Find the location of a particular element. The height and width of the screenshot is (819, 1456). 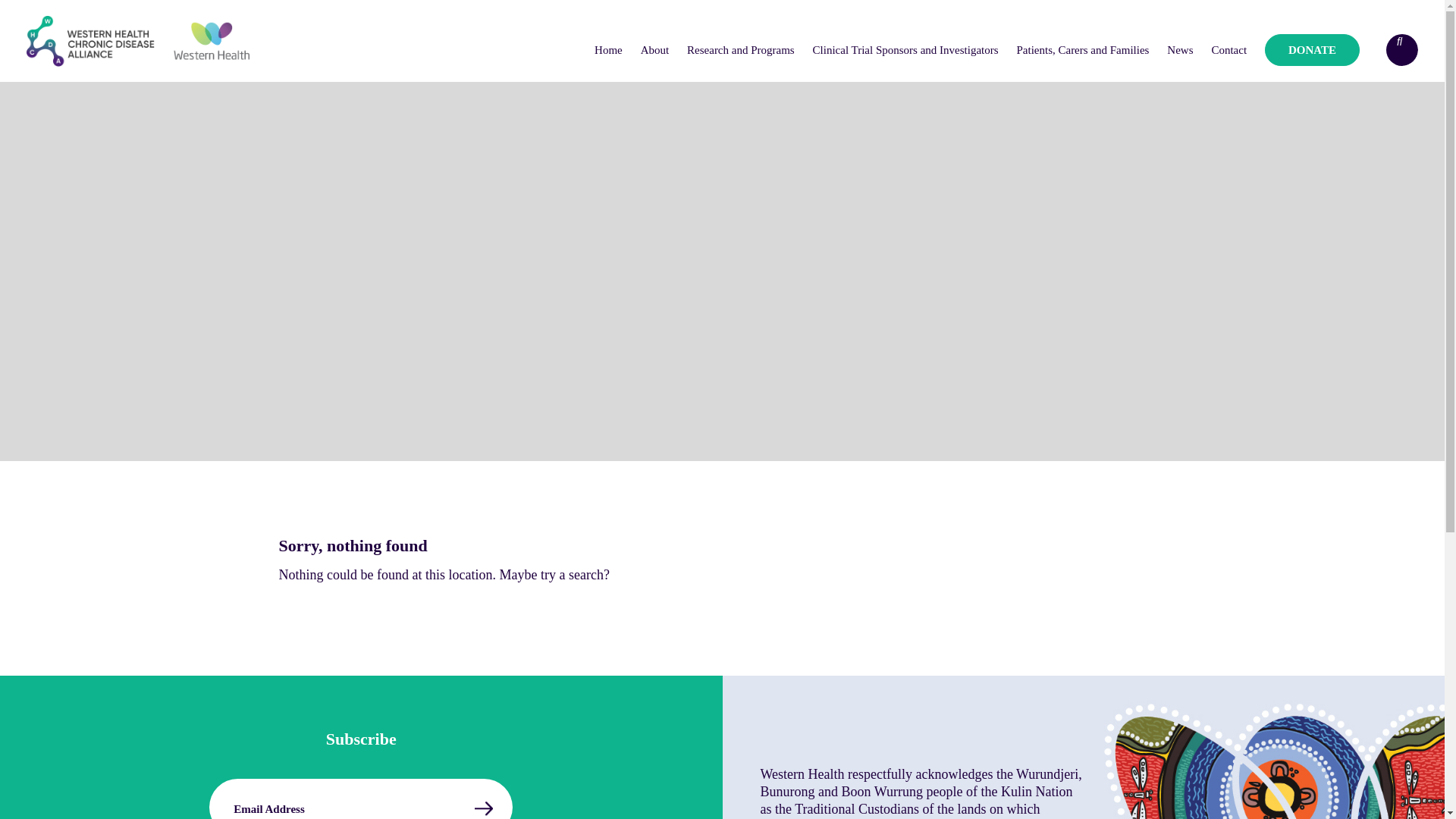

'Contact' is located at coordinates (1203, 49).